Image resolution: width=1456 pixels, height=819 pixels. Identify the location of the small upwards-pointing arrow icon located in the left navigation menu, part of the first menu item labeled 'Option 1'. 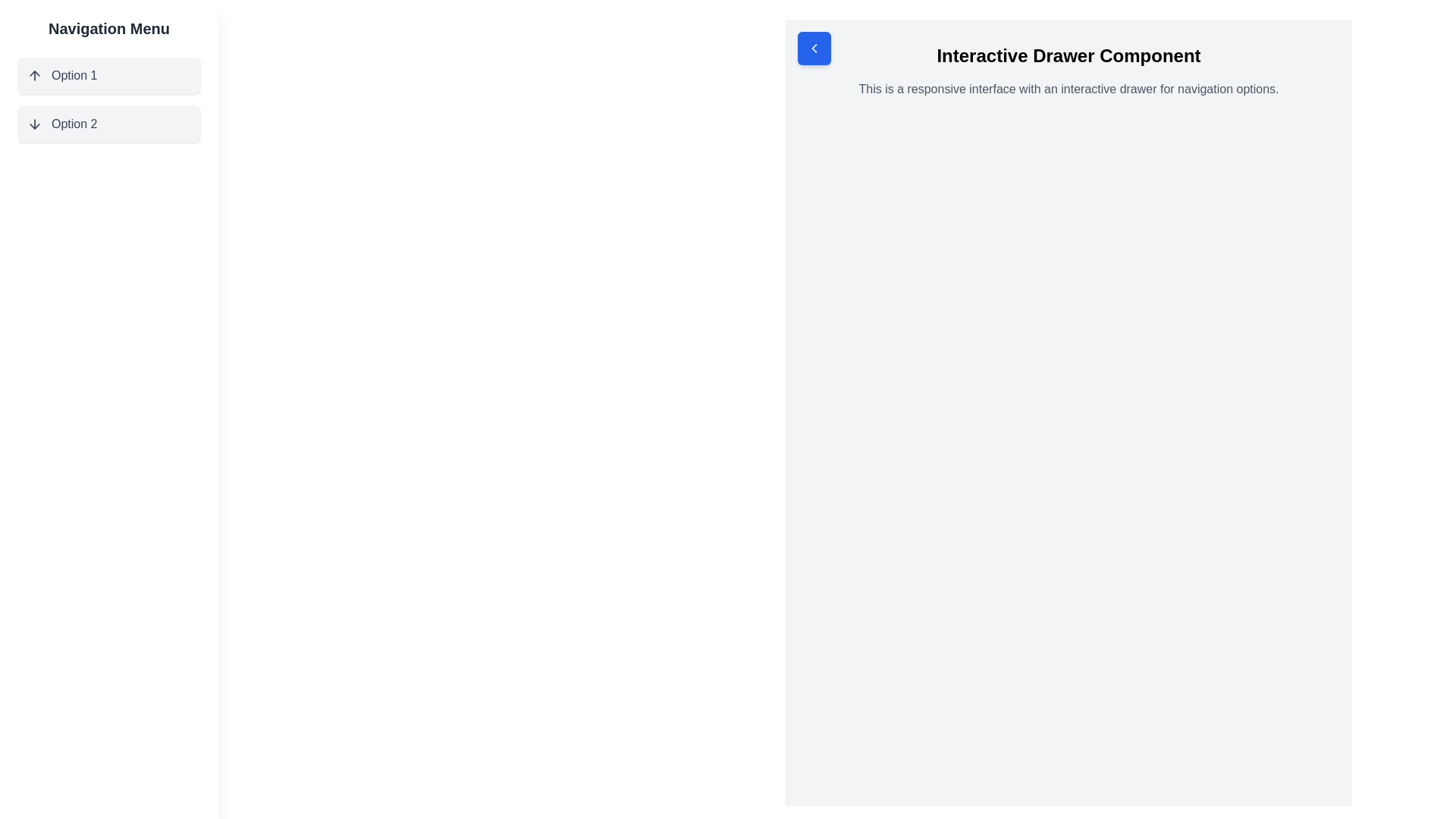
(35, 76).